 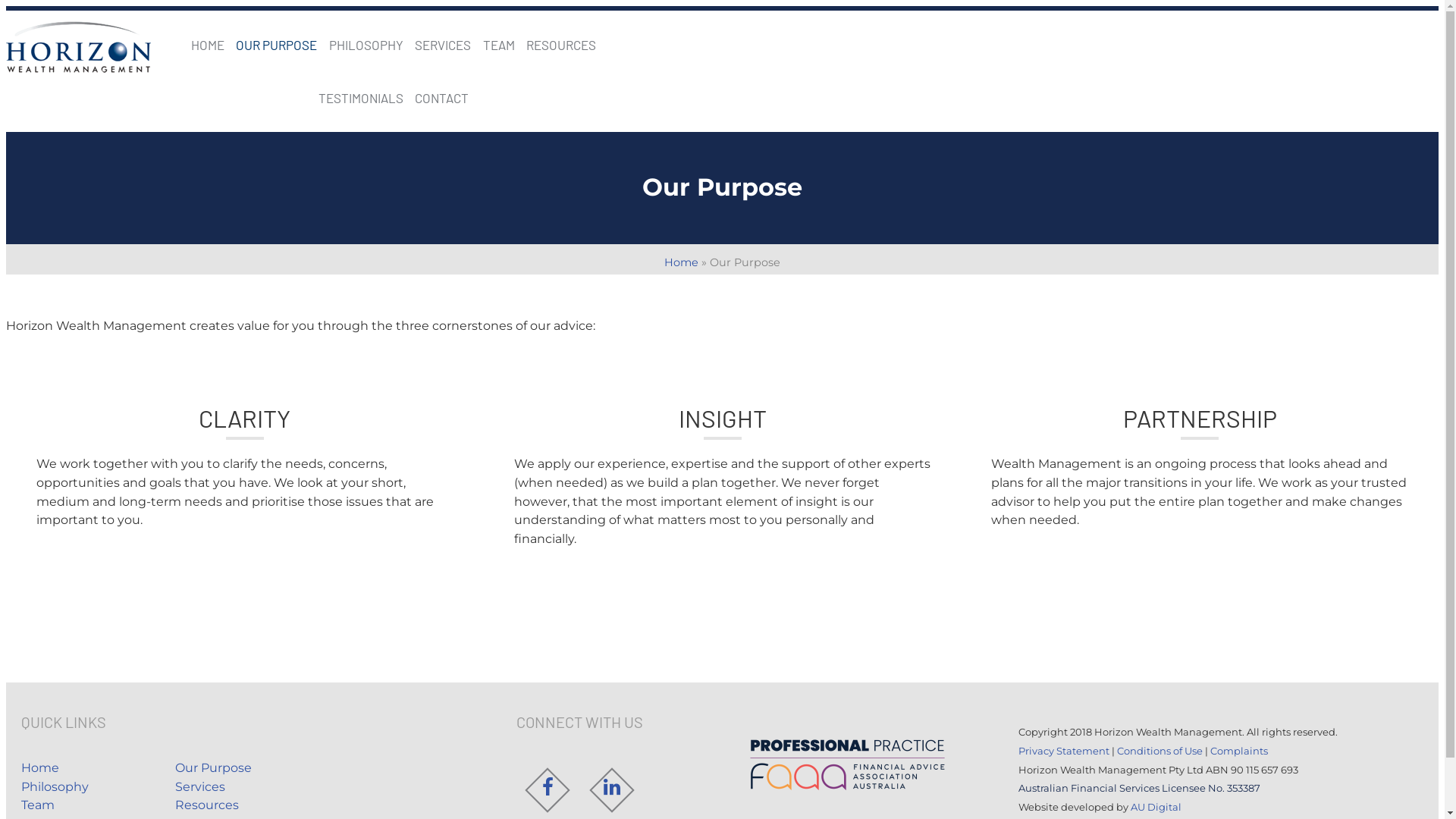 What do you see at coordinates (1062, 751) in the screenshot?
I see `'Privacy Statement'` at bounding box center [1062, 751].